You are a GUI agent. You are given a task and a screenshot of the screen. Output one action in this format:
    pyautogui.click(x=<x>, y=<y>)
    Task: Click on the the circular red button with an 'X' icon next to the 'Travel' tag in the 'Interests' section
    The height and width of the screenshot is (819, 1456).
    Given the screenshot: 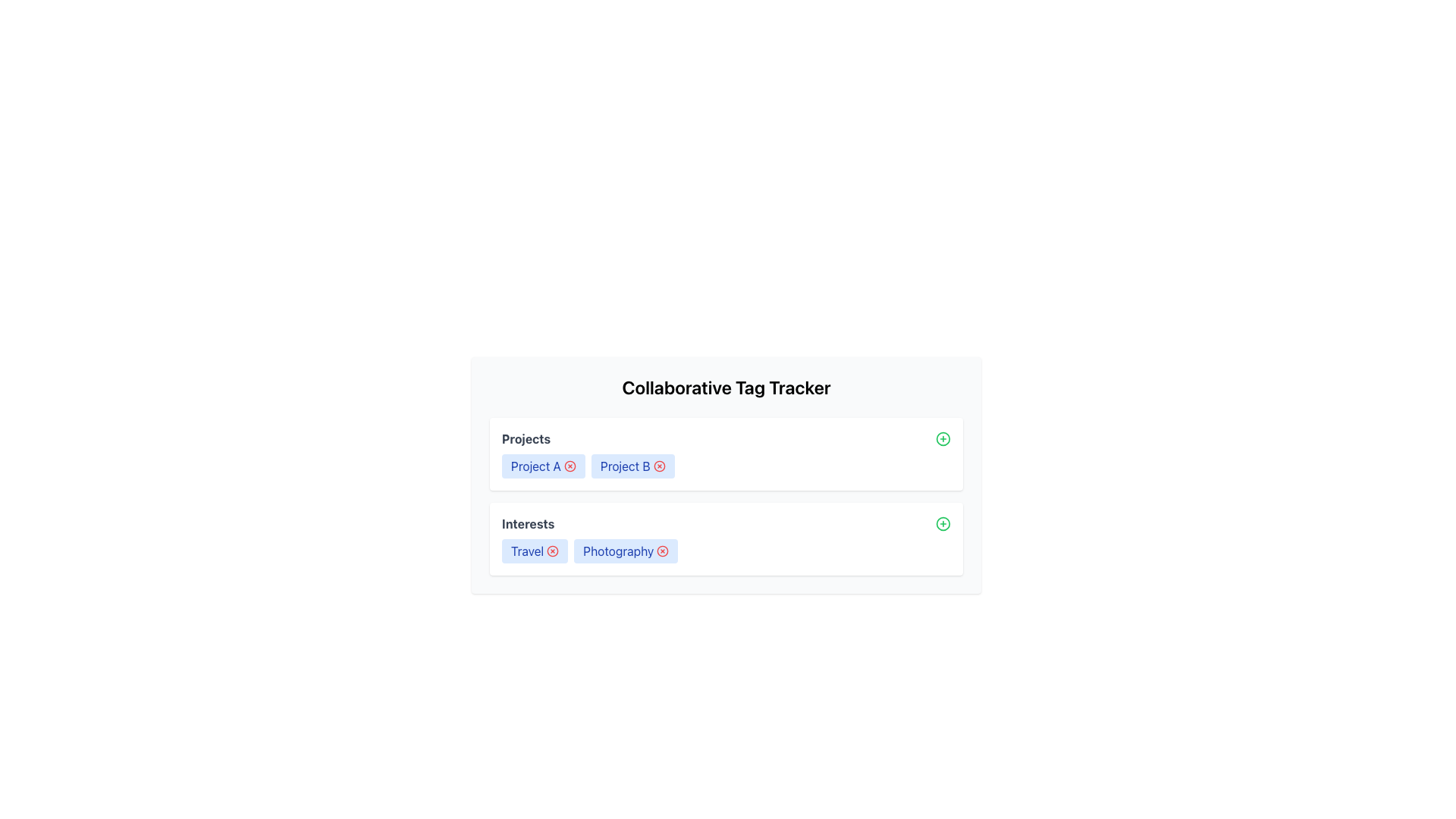 What is the action you would take?
    pyautogui.click(x=552, y=551)
    